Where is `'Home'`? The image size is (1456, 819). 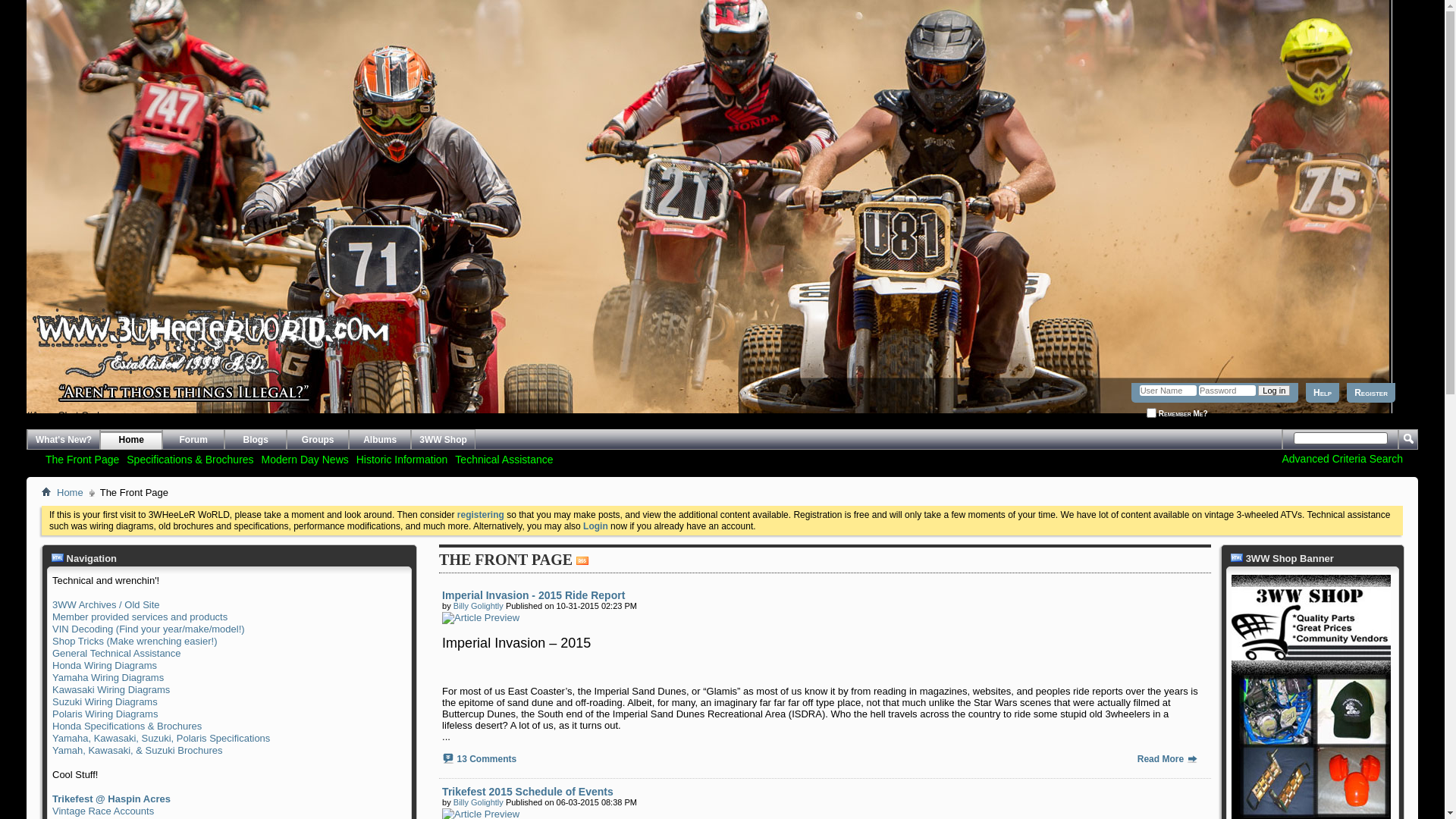 'Home' is located at coordinates (53, 493).